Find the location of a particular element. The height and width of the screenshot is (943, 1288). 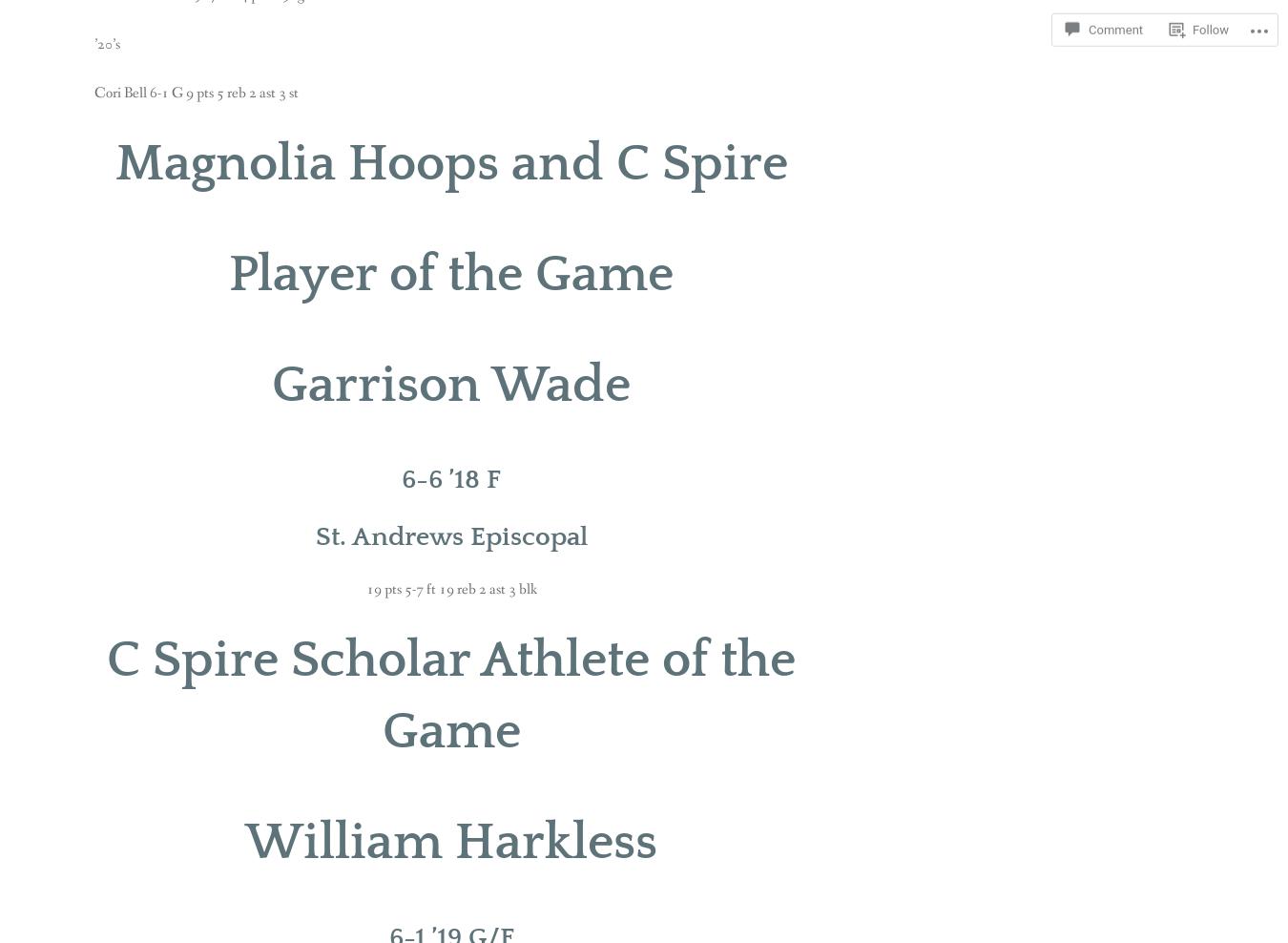

'Player of the Game' is located at coordinates (450, 274).